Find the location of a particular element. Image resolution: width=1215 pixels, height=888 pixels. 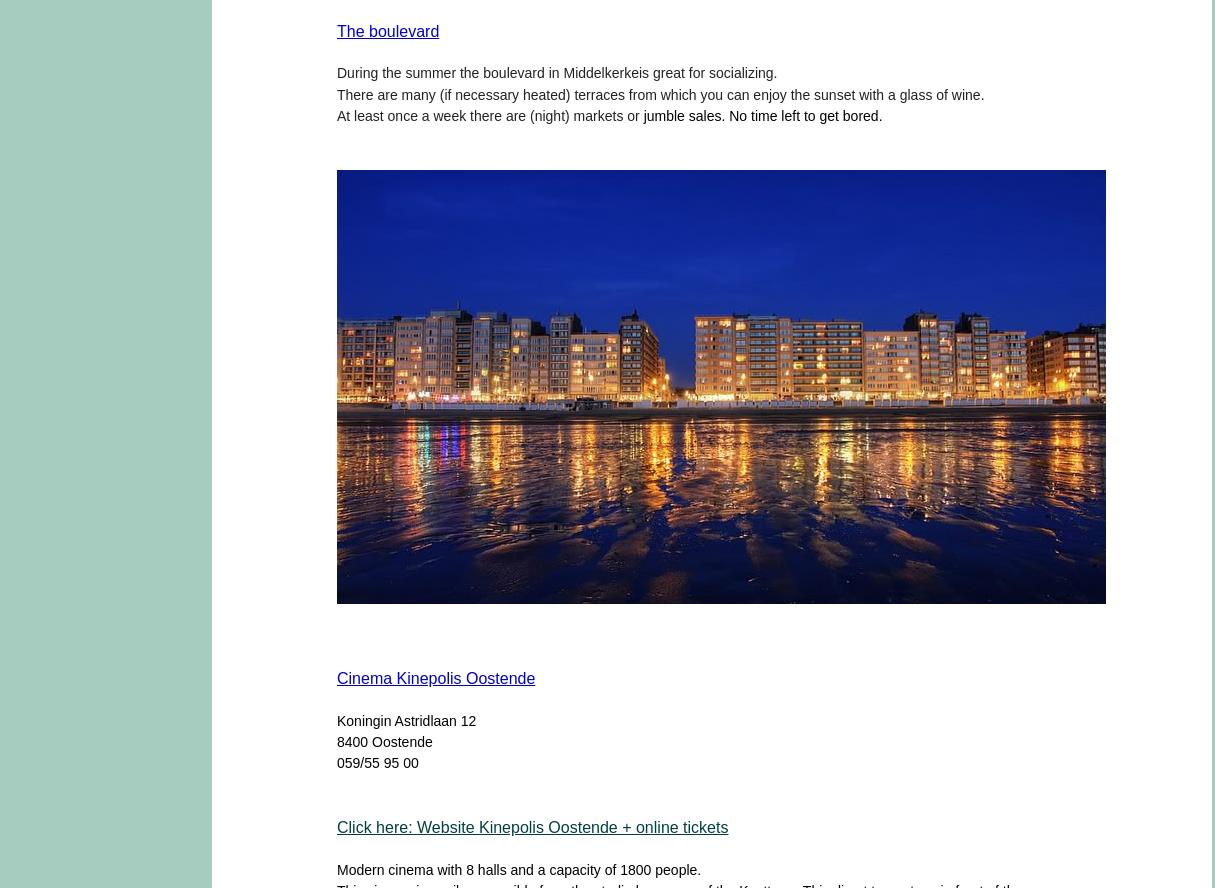

'you' is located at coordinates (710, 93).